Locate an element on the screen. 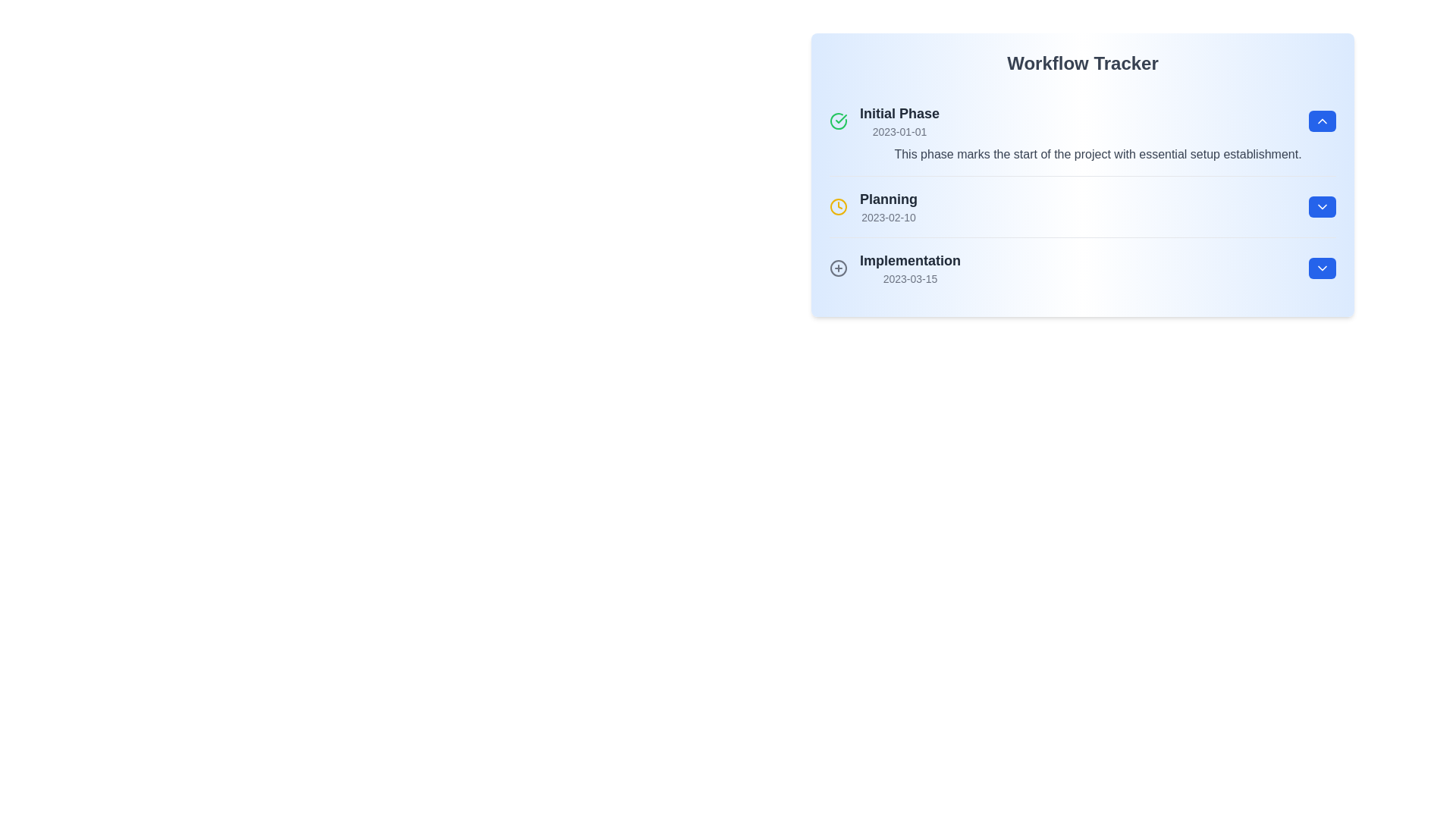 The height and width of the screenshot is (819, 1456). the SVG graphical component located at the center of the 'Implementation' section within the workflow-like UI, adjacent to the text 'Implementation' and the date '2023-03-15' is located at coordinates (837, 268).